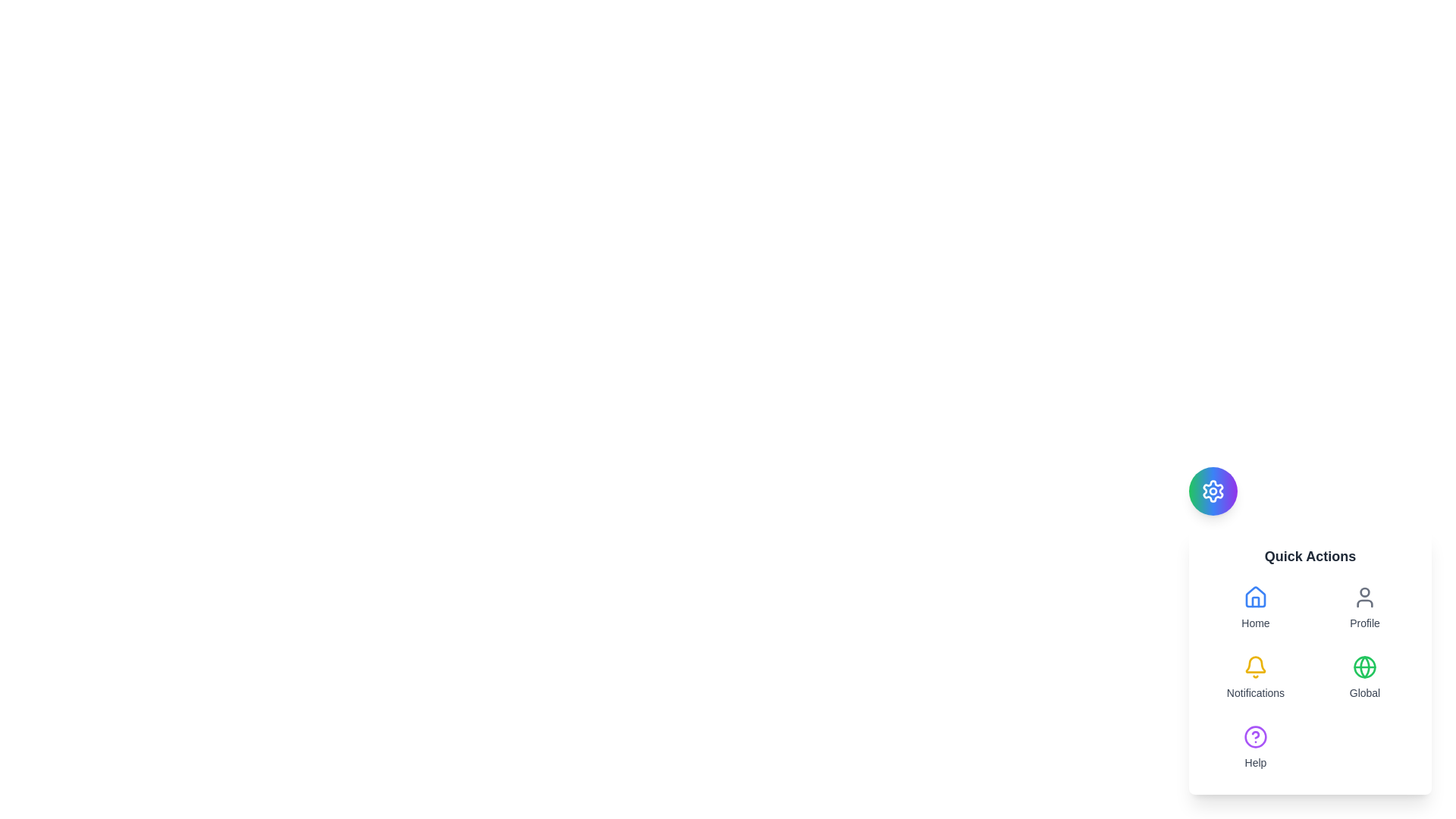 This screenshot has height=819, width=1456. What do you see at coordinates (1310, 556) in the screenshot?
I see `the Text Label that serves as a title or heading within the rectangular card at the bottom-right corner of the interface, positioned above the grid layout of options` at bounding box center [1310, 556].